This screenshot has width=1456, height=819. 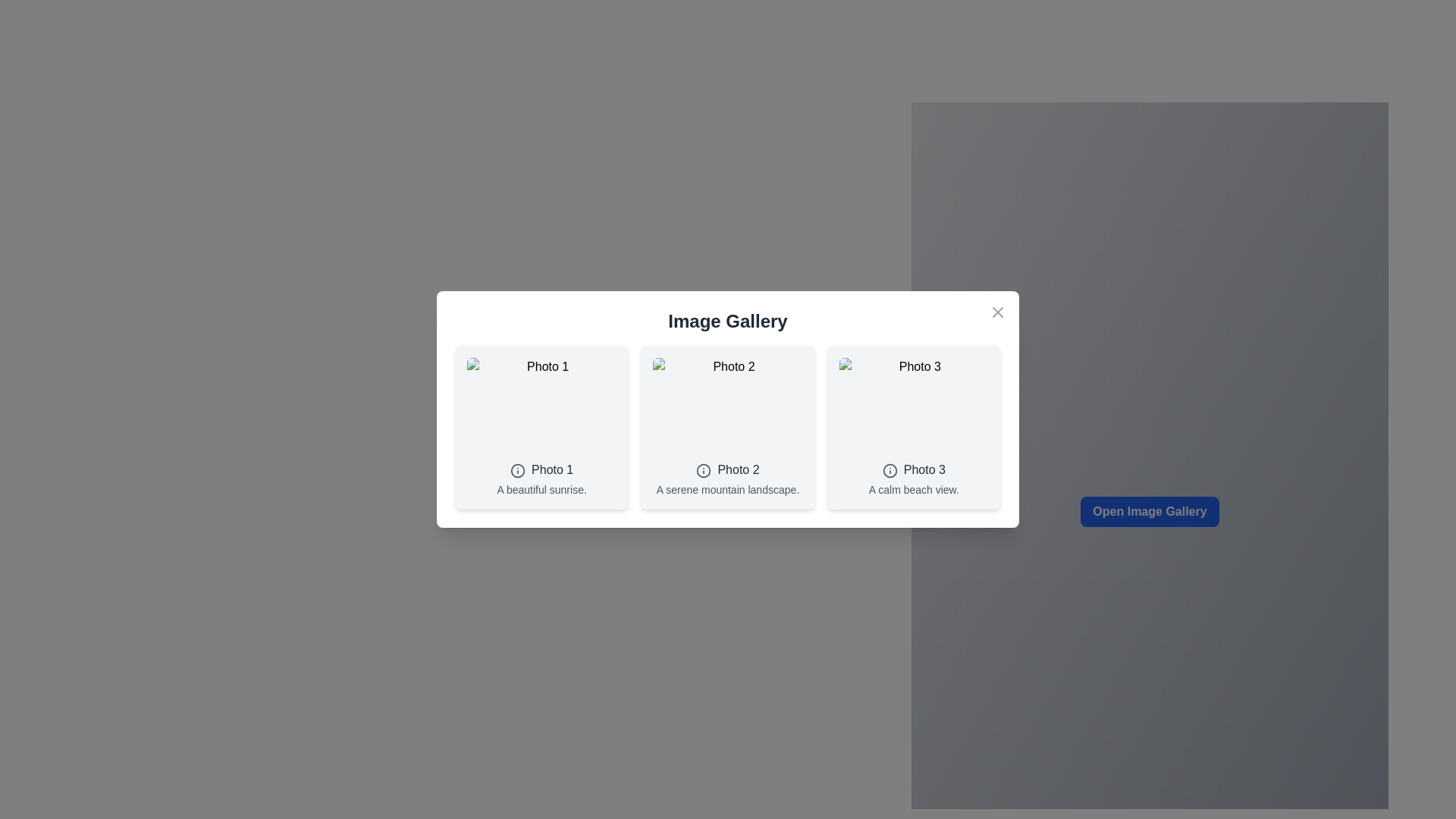 What do you see at coordinates (890, 469) in the screenshot?
I see `the circular element that is part of the 'info' icon located in the third card, positioned below the image placeholder and to the left of the 'Photo 3' title` at bounding box center [890, 469].